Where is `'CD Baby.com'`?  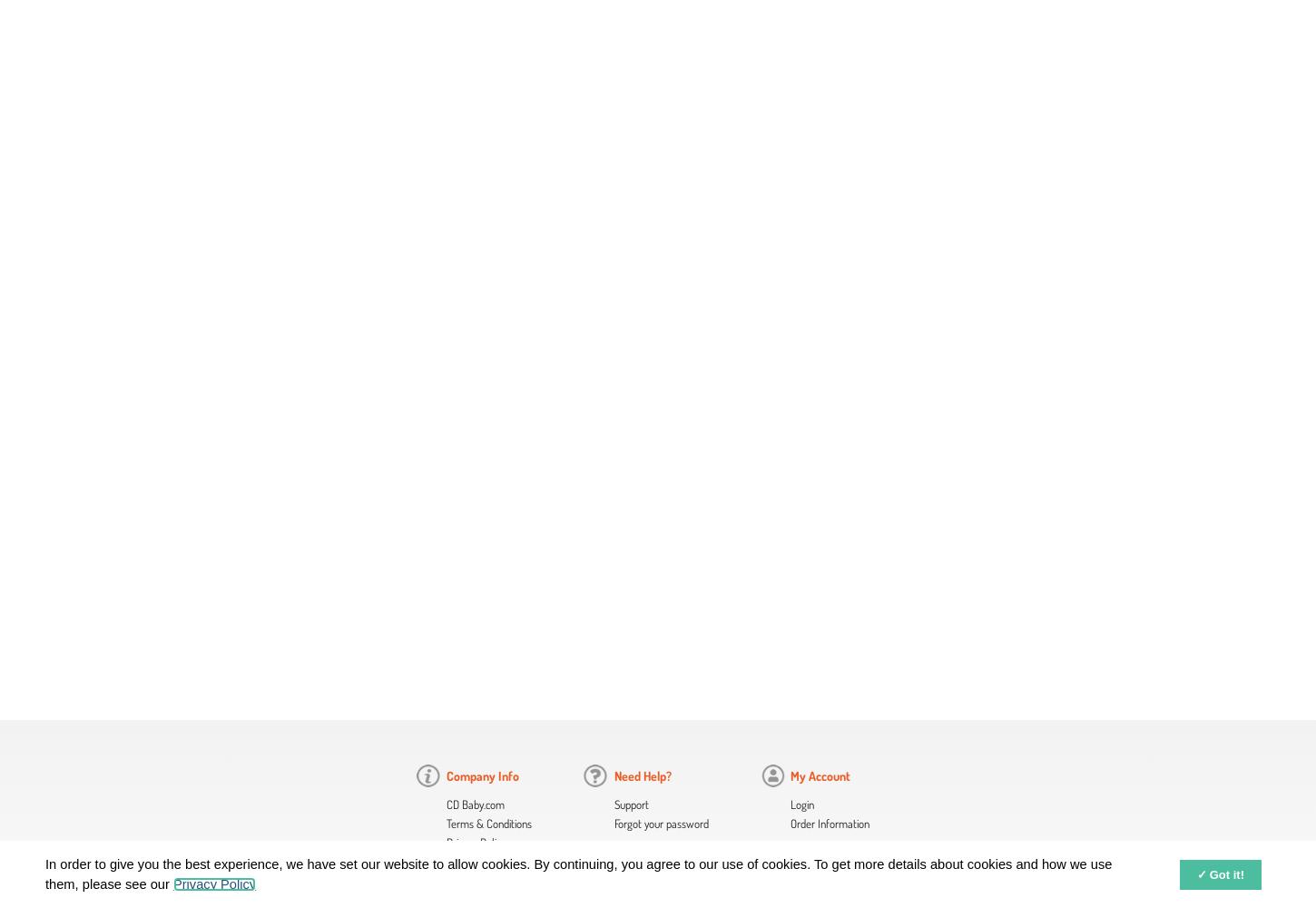
'CD Baby.com' is located at coordinates (446, 804).